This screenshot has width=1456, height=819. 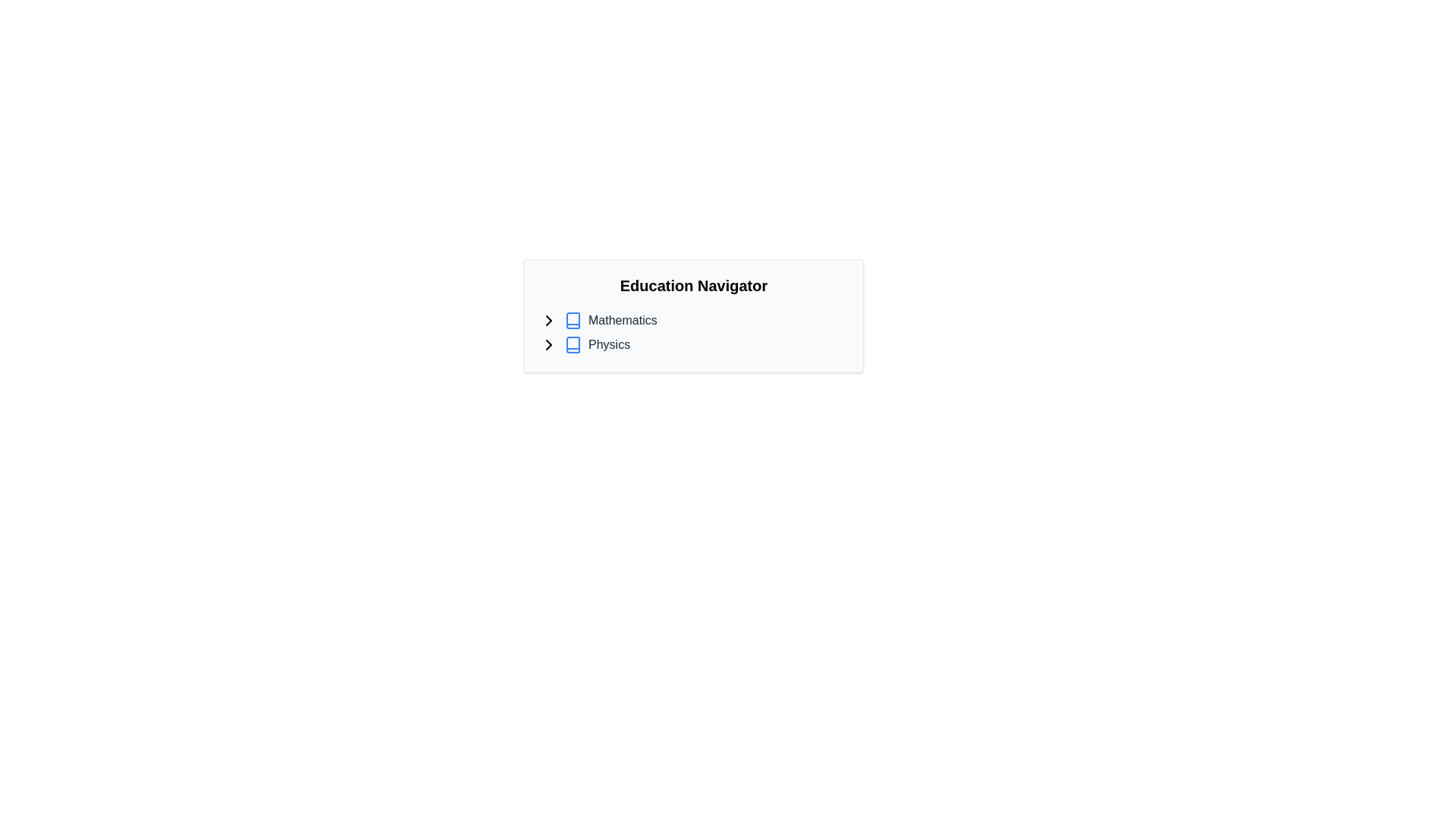 What do you see at coordinates (572, 320) in the screenshot?
I see `the icon representing 'Mathematics', which is located to the left of the label text 'Mathematics' and follows an arrow-like icon in the layout` at bounding box center [572, 320].